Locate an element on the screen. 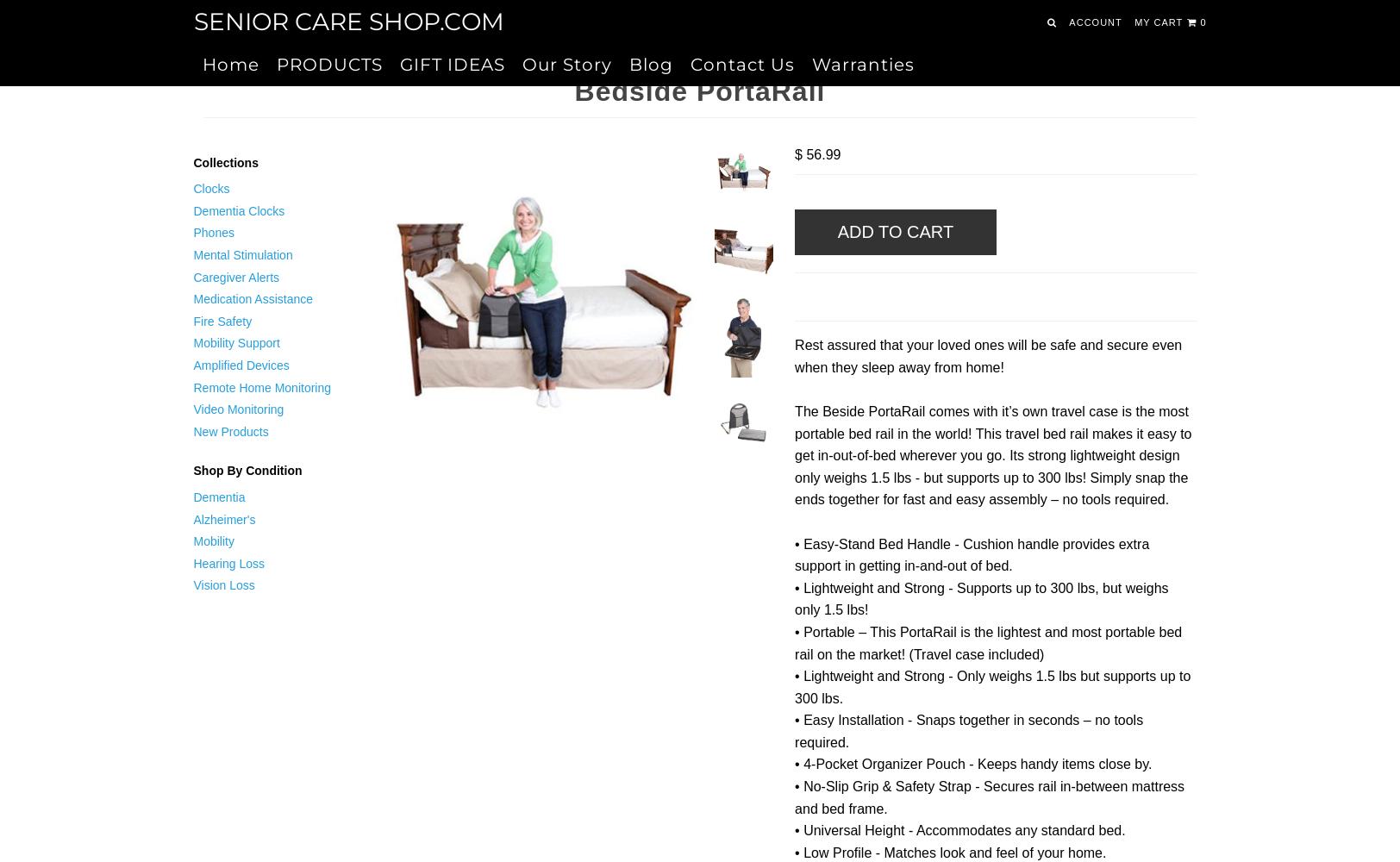 Image resolution: width=1400 pixels, height=862 pixels. 'Phones' is located at coordinates (213, 233).